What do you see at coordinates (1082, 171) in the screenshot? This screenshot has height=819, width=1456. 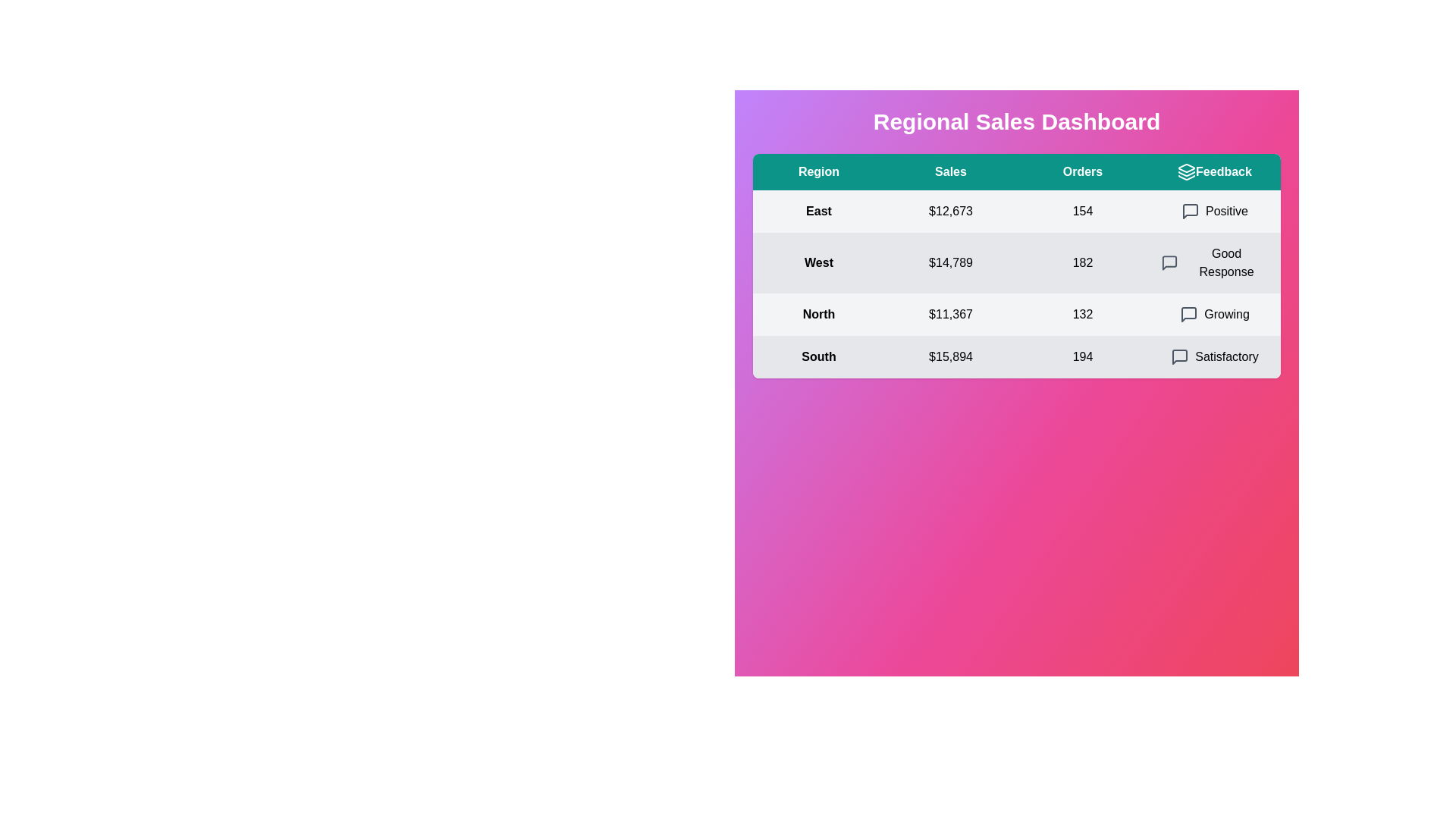 I see `the text in the table header Orders` at bounding box center [1082, 171].